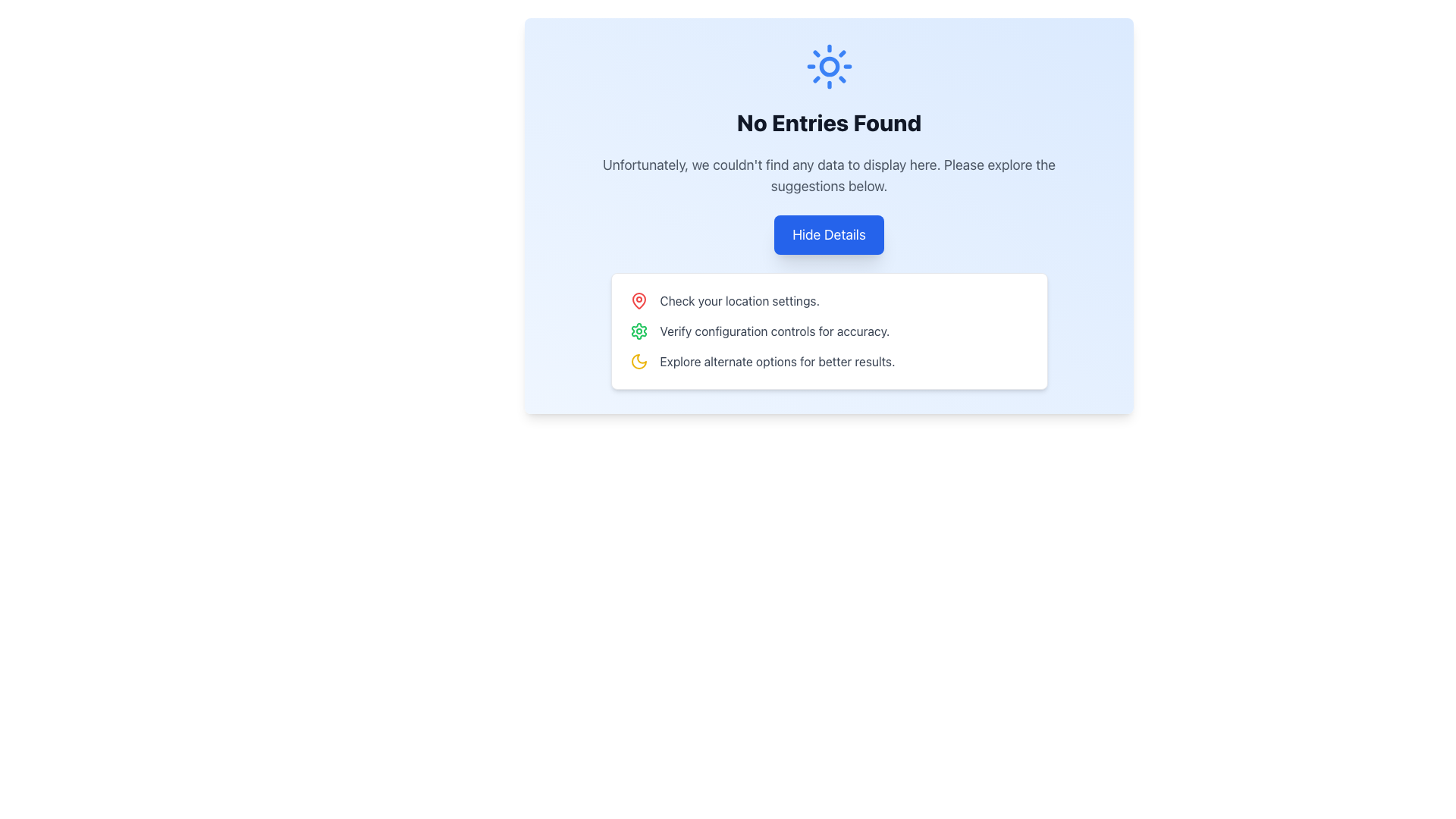 The height and width of the screenshot is (819, 1456). I want to click on the text label that says 'Check your location settings.', which is positioned beneath the 'No Entries Found' heading and aligned to the right of a red map pin icon, so click(739, 301).